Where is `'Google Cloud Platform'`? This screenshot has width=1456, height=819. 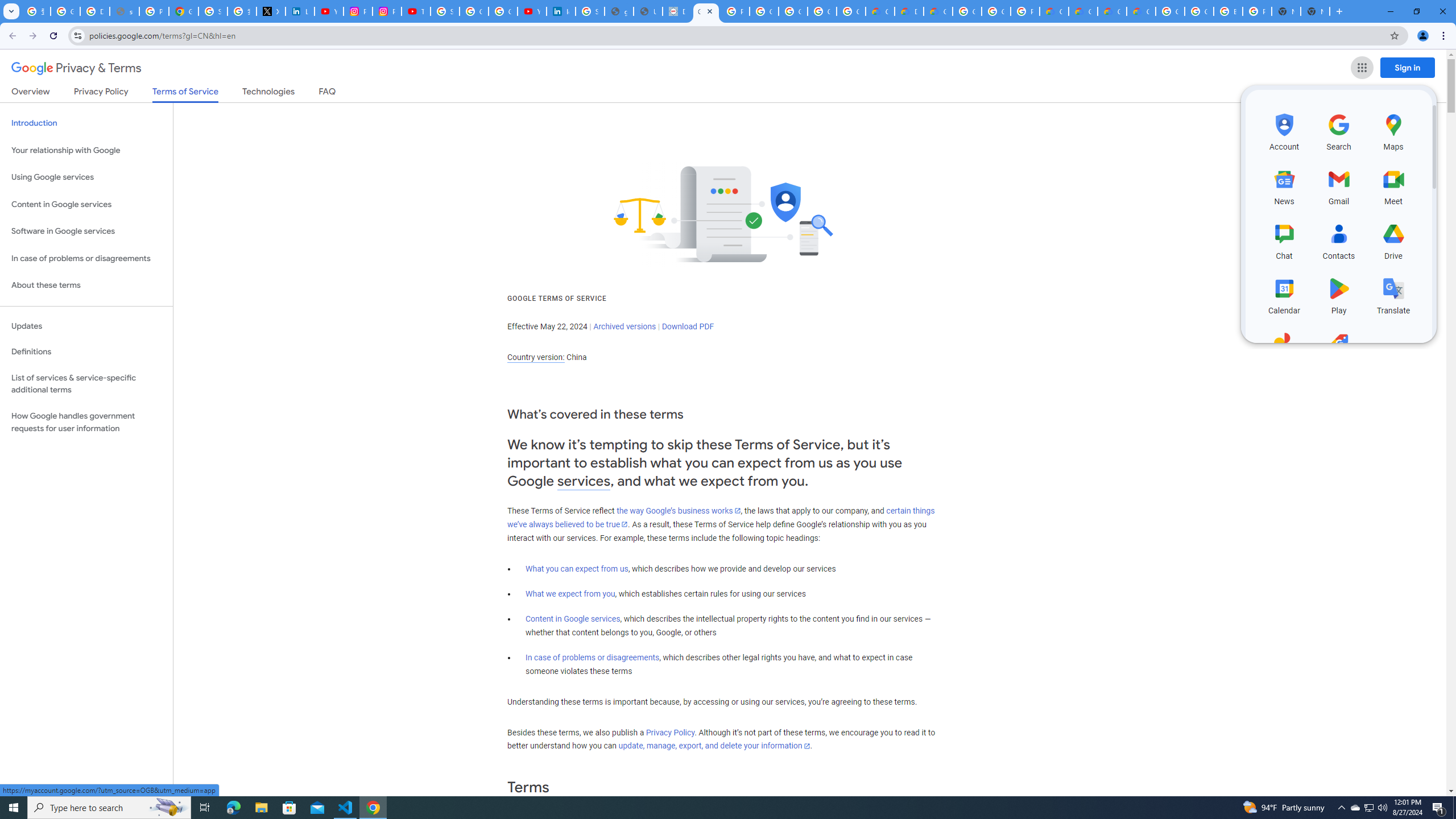
'Google Cloud Platform' is located at coordinates (1198, 11).